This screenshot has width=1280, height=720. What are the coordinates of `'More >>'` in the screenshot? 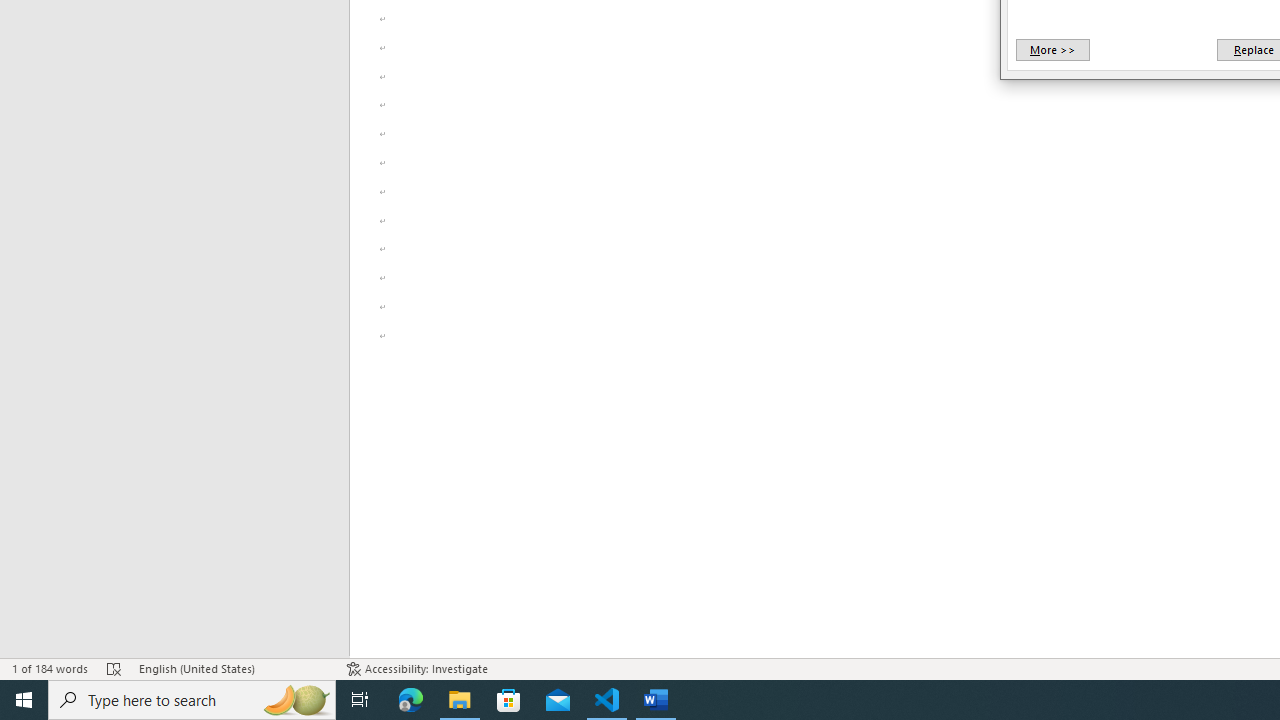 It's located at (1051, 49).